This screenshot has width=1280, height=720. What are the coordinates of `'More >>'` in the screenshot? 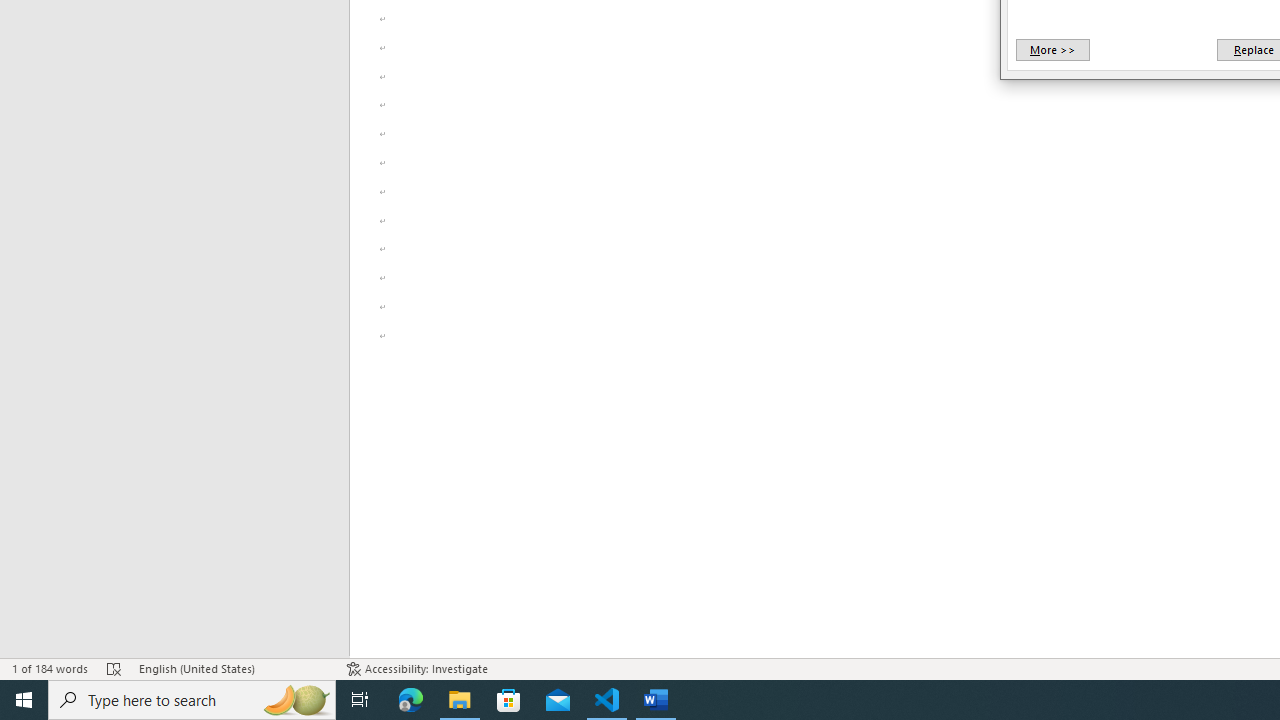 It's located at (1051, 49).